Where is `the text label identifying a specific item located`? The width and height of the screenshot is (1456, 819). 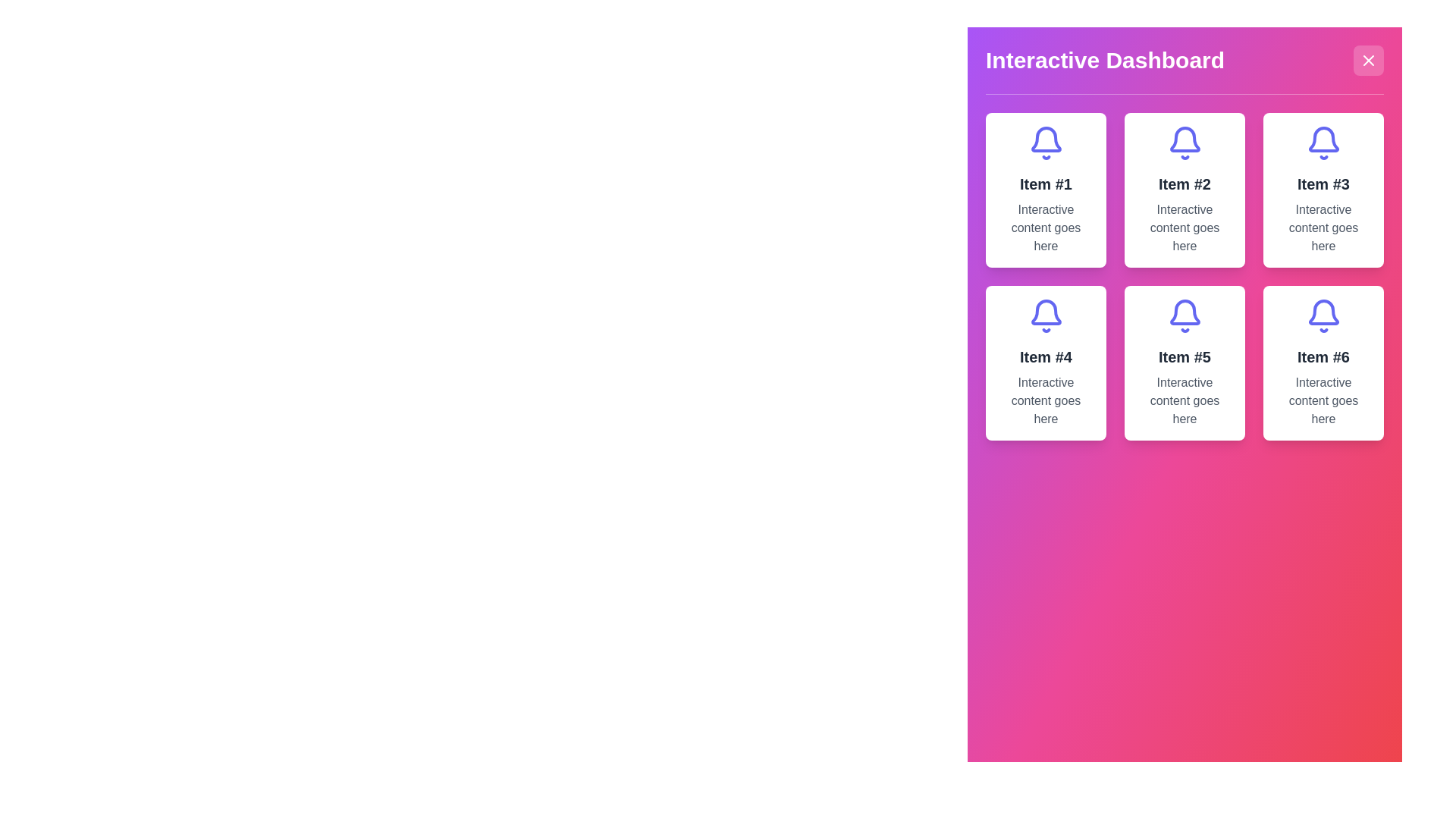 the text label identifying a specific item located is located at coordinates (1045, 356).